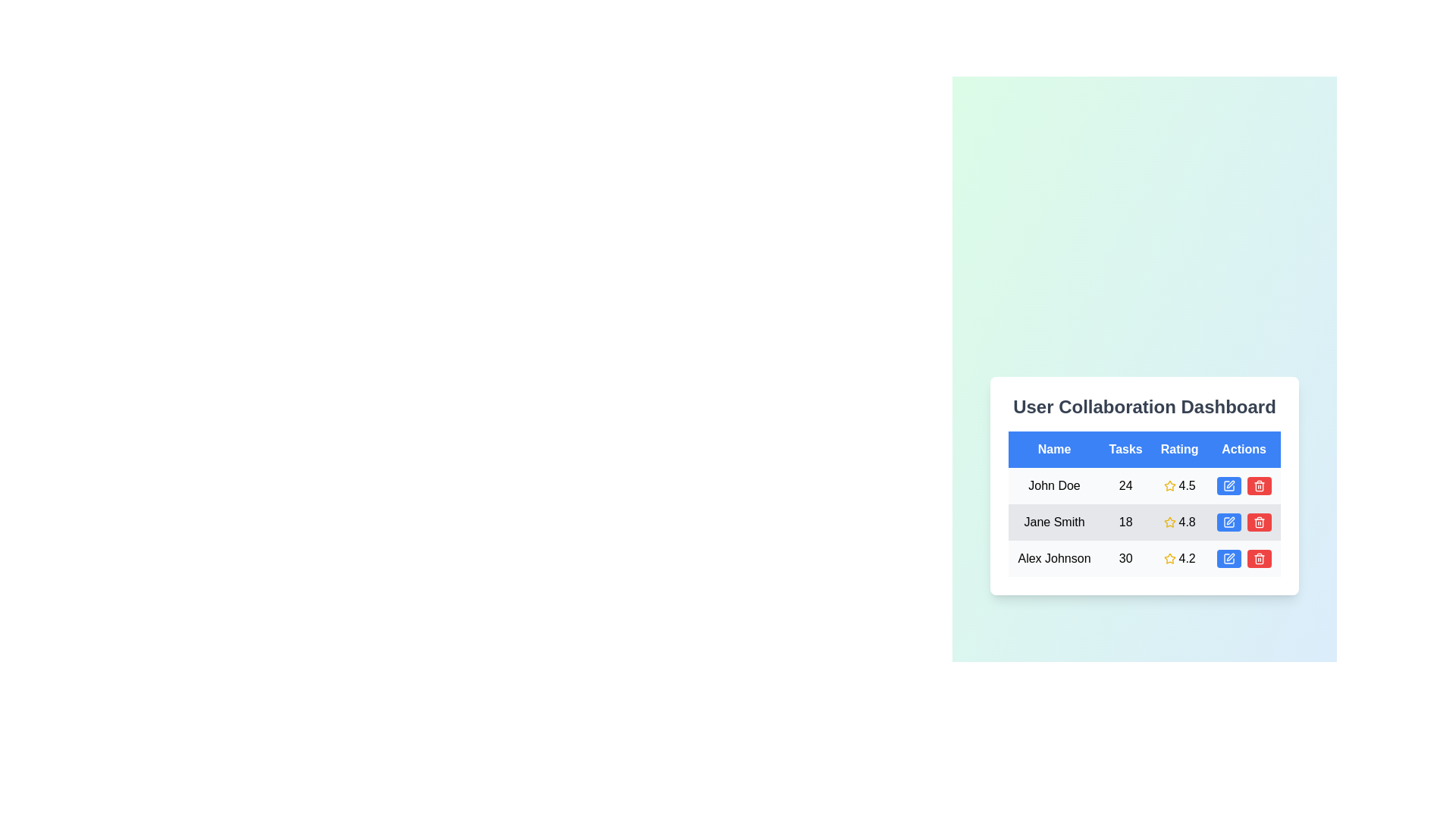 Image resolution: width=1456 pixels, height=819 pixels. What do you see at coordinates (1178, 522) in the screenshot?
I see `the Text with an icon (star) in the 'Rating' column of the 'User Collaboration Dashboard' for 'Jane Smith' in the second row` at bounding box center [1178, 522].